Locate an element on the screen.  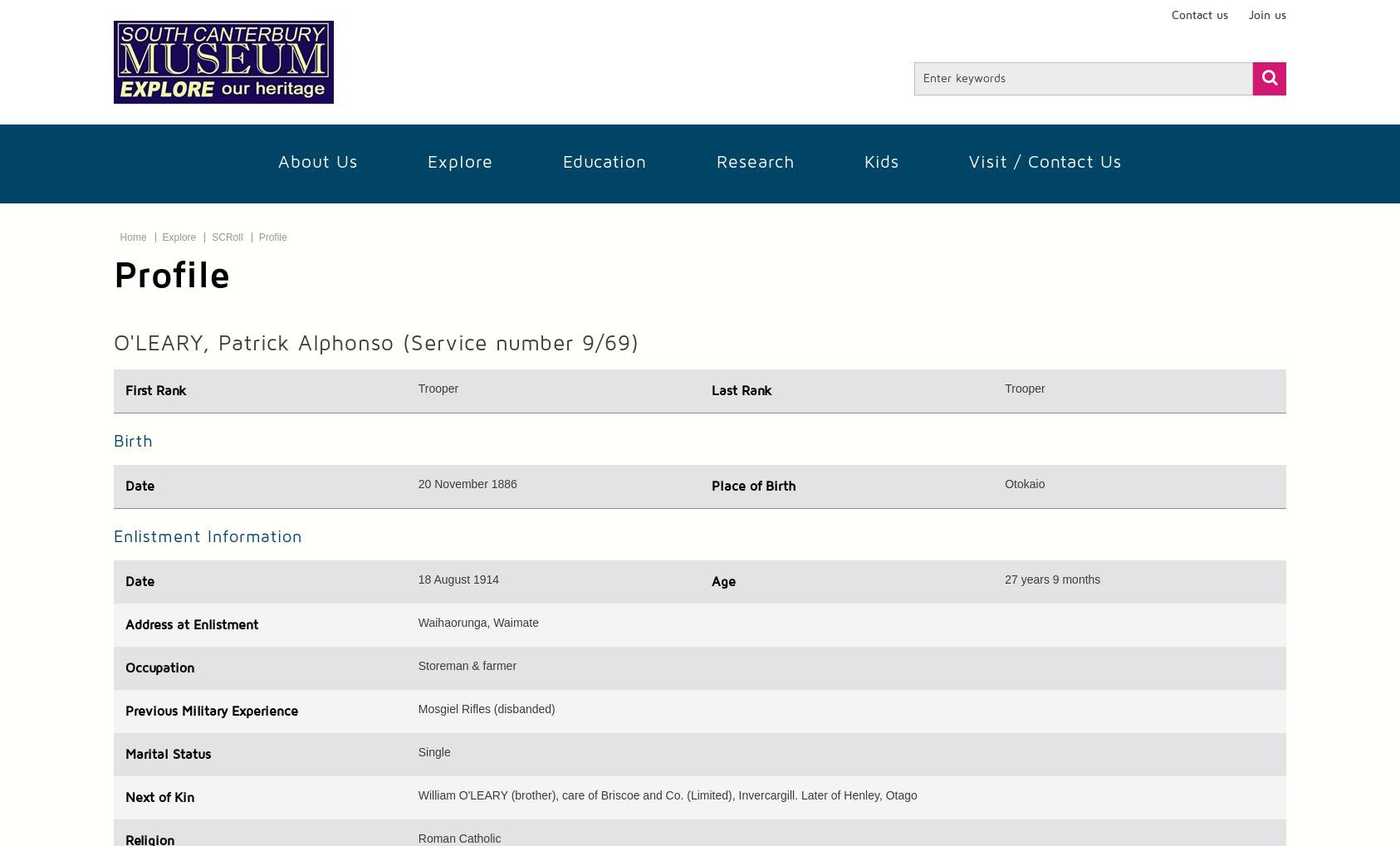
'27 years 9 months' is located at coordinates (1052, 578).